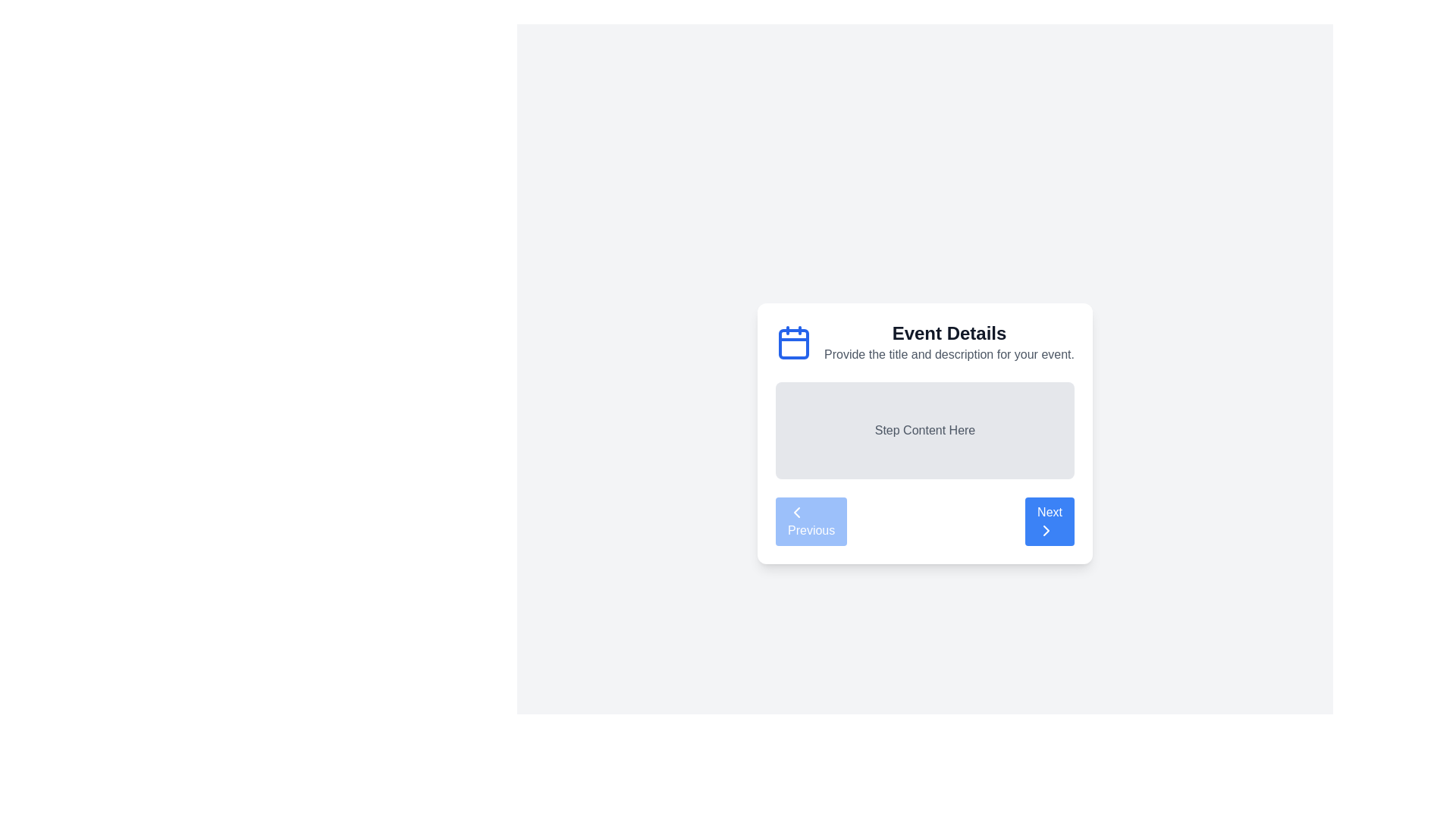  I want to click on the 'Event Details' text-based informational component, which includes a bold heading and a description text, located in the upper-central area of the card interface, to the right of a calendar icon, so click(949, 342).